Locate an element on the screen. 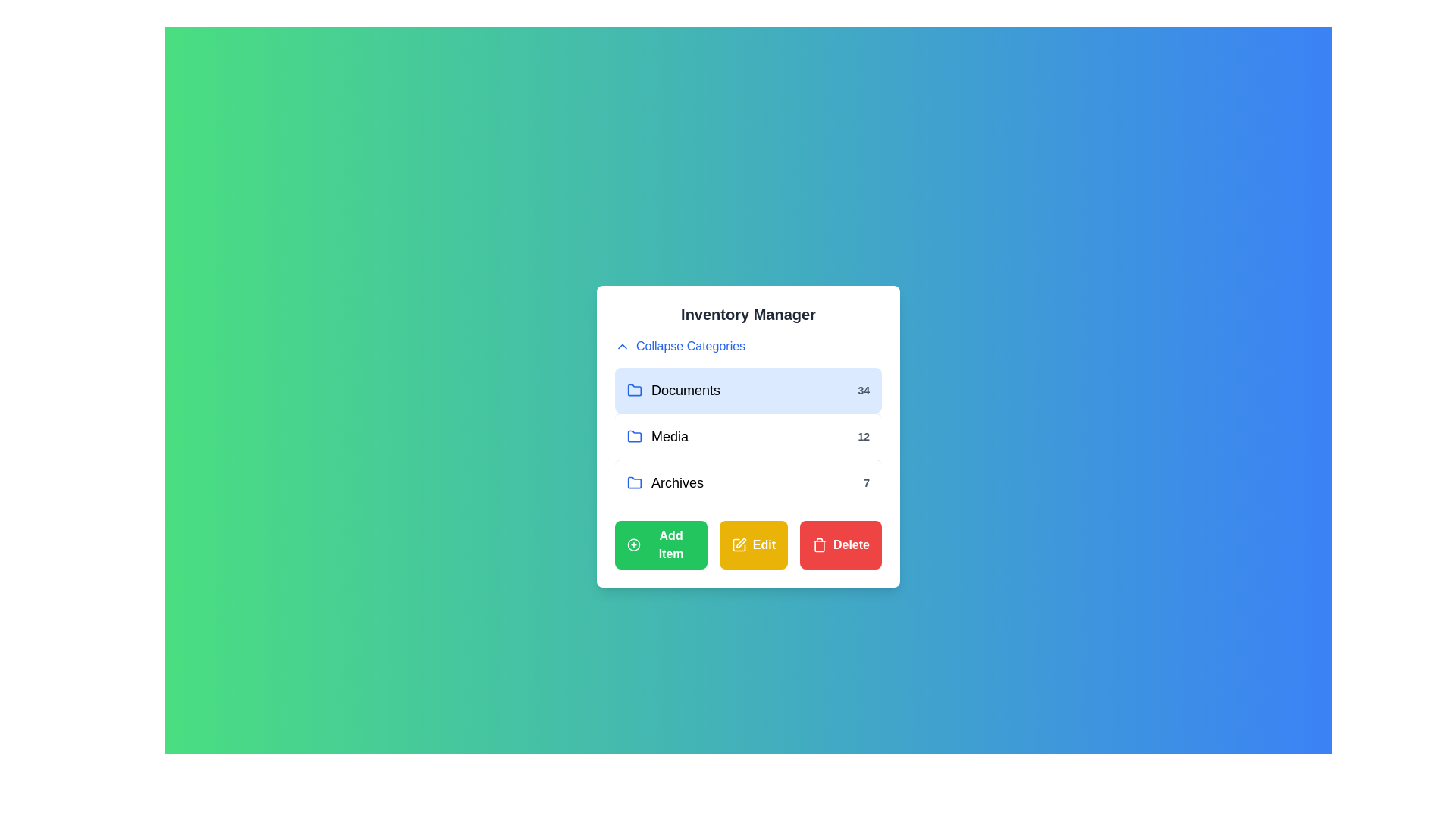 This screenshot has width=1456, height=819. the category Archives to observe the hover effect is located at coordinates (748, 482).